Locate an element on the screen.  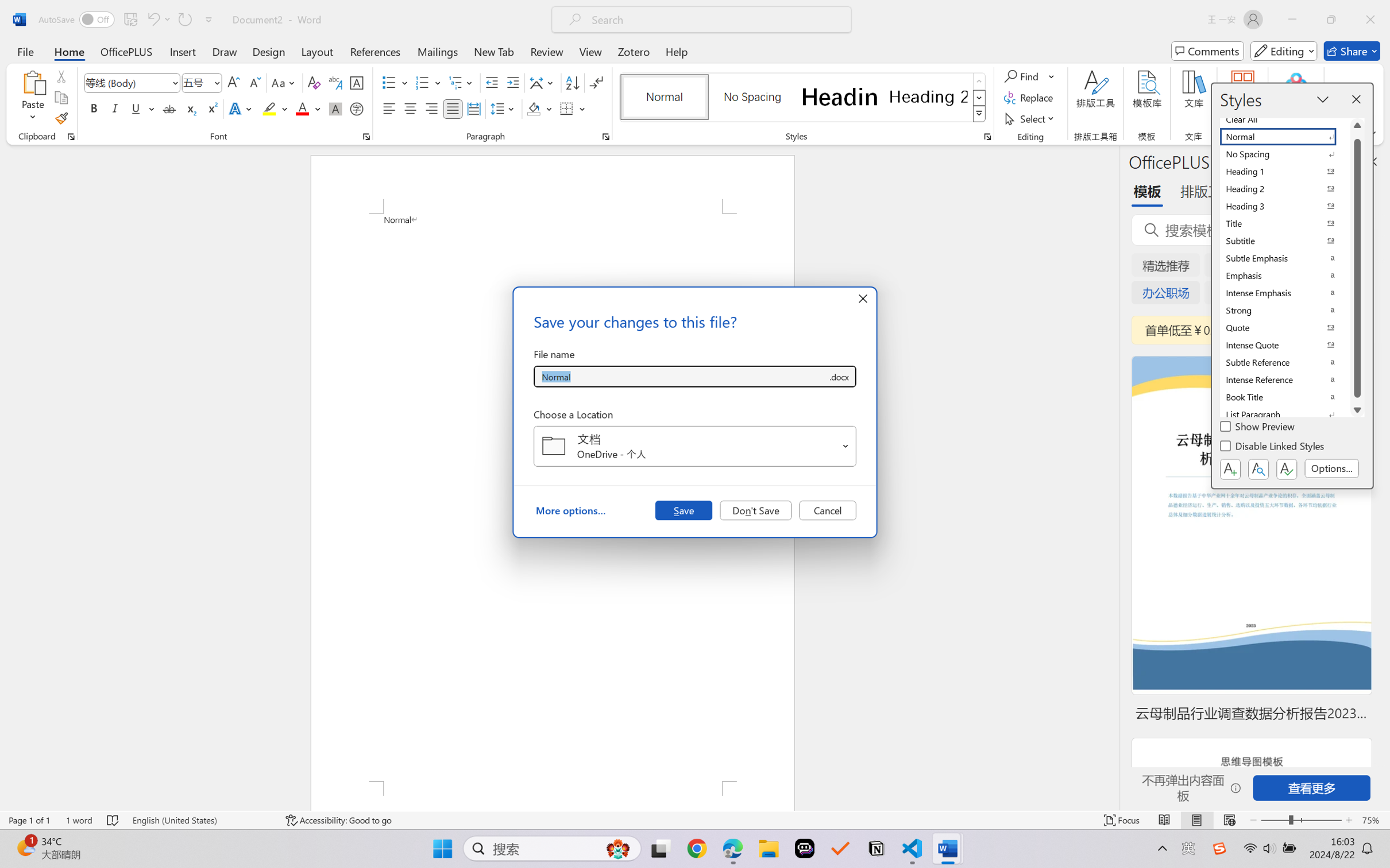
'List Paragraph' is located at coordinates (1285, 414).